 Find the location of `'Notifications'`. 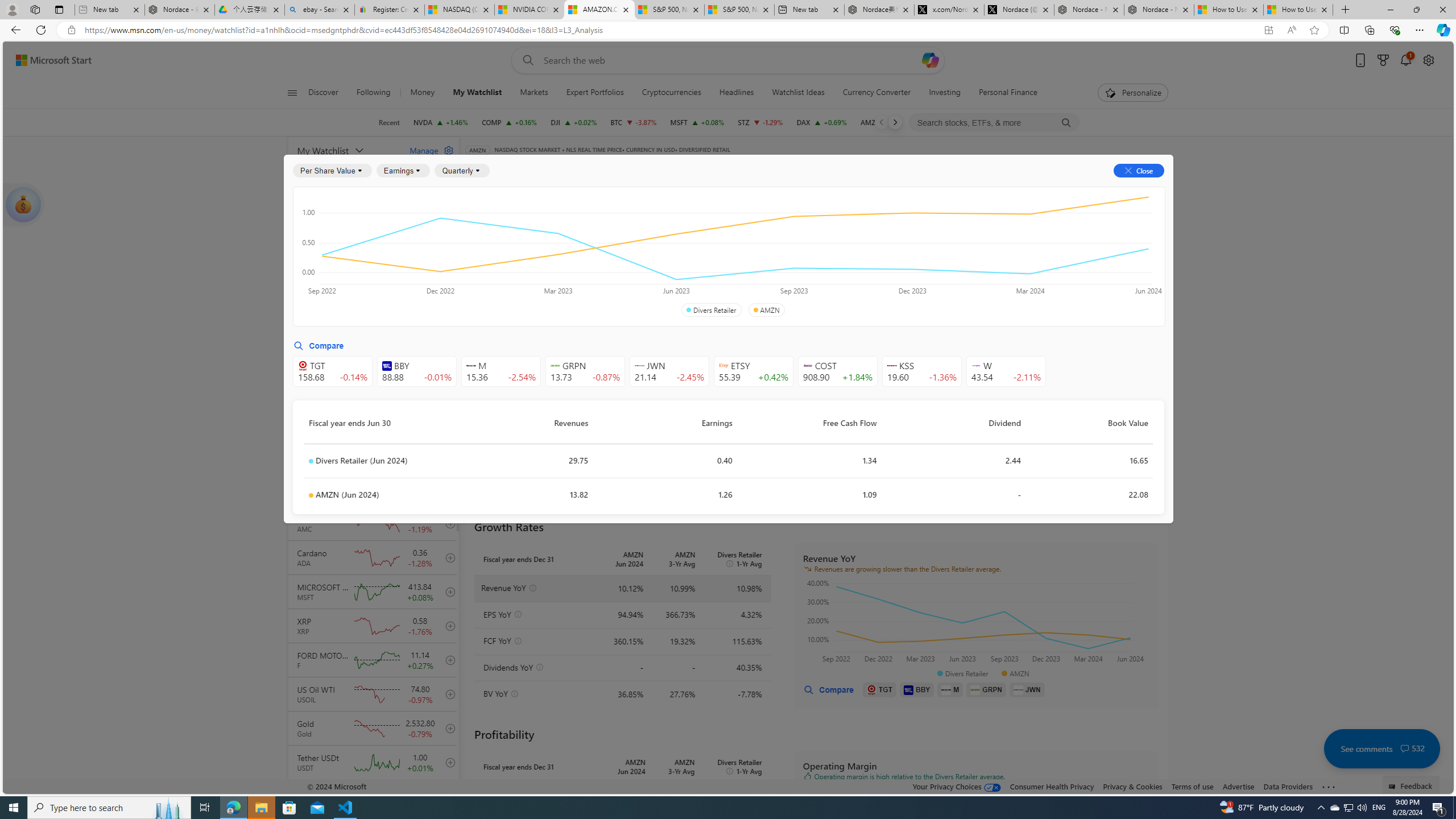

'Notifications' is located at coordinates (1405, 60).